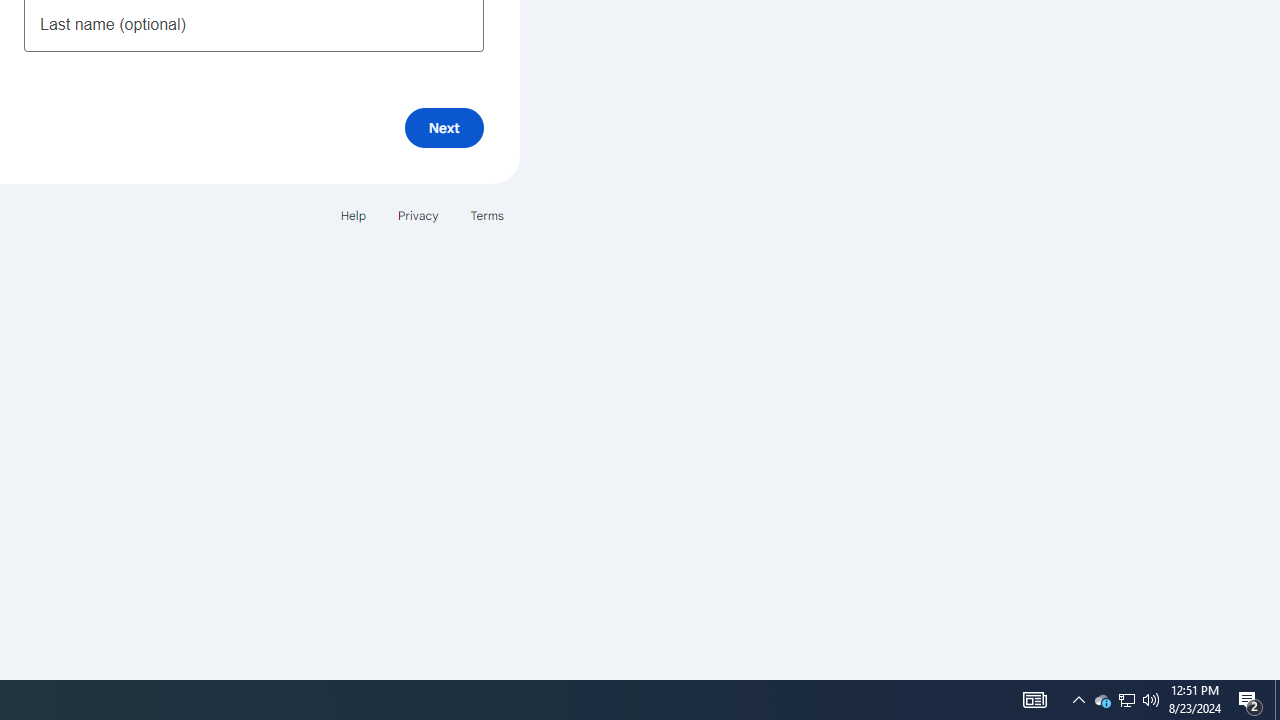 This screenshot has width=1280, height=720. Describe the element at coordinates (416, 215) in the screenshot. I see `'Privacy'` at that location.